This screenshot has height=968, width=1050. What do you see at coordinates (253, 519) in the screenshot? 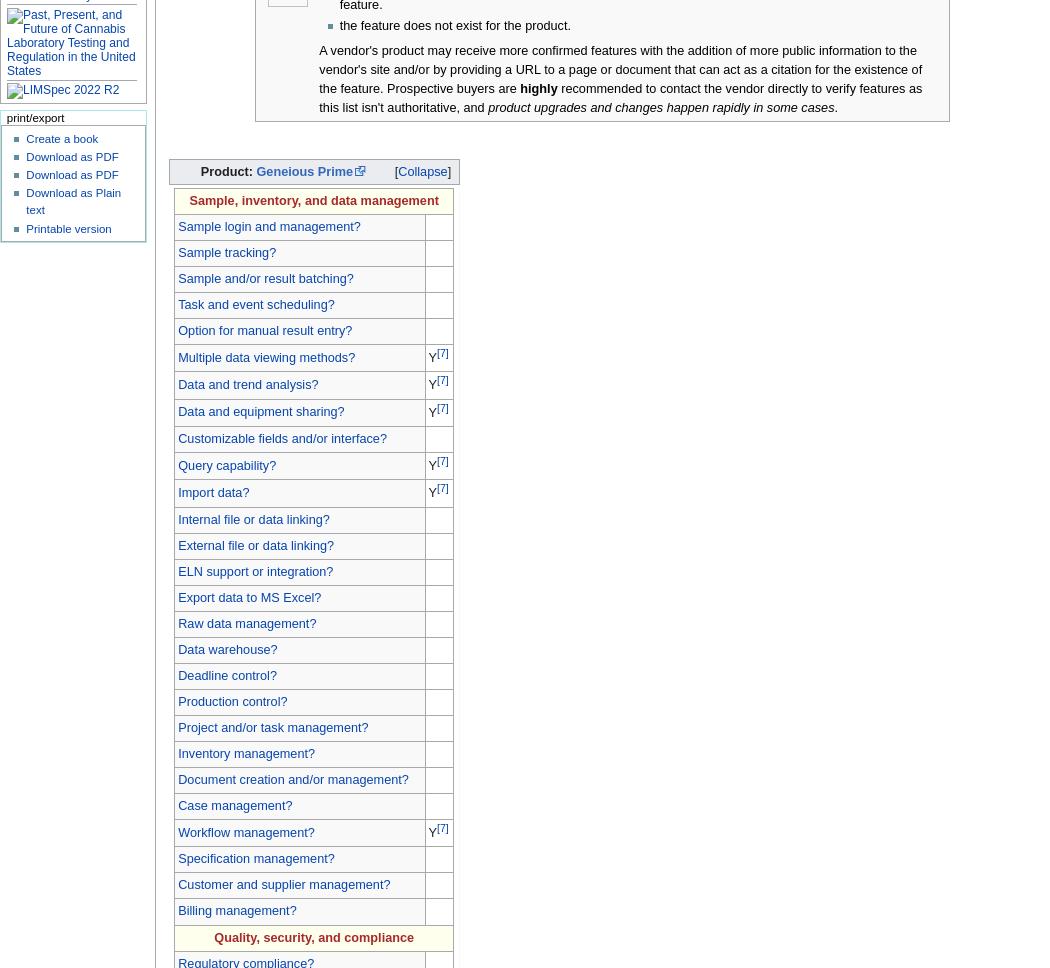
I see `'Internal file or data linking?'` at bounding box center [253, 519].